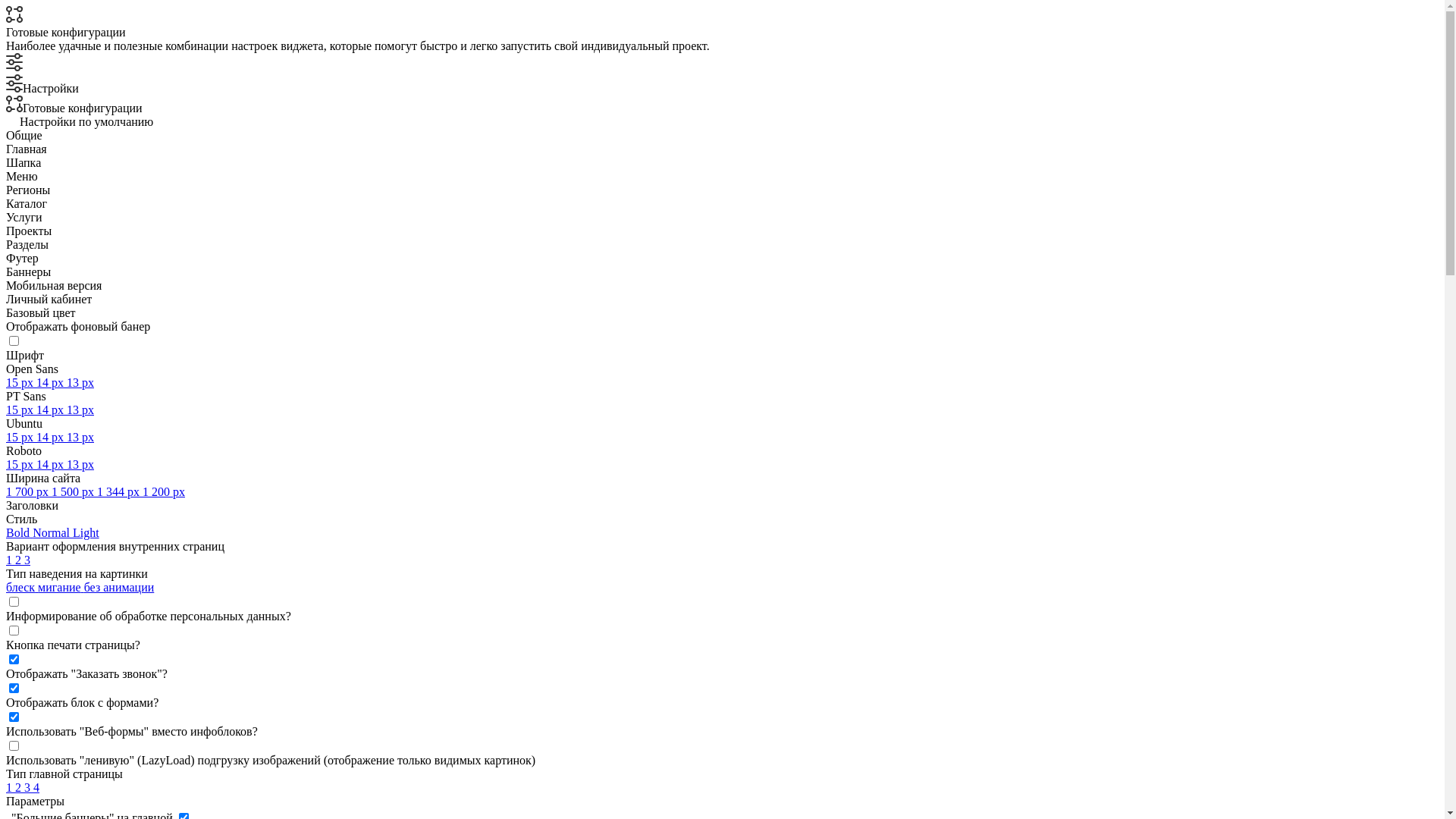  I want to click on '4', so click(36, 786).